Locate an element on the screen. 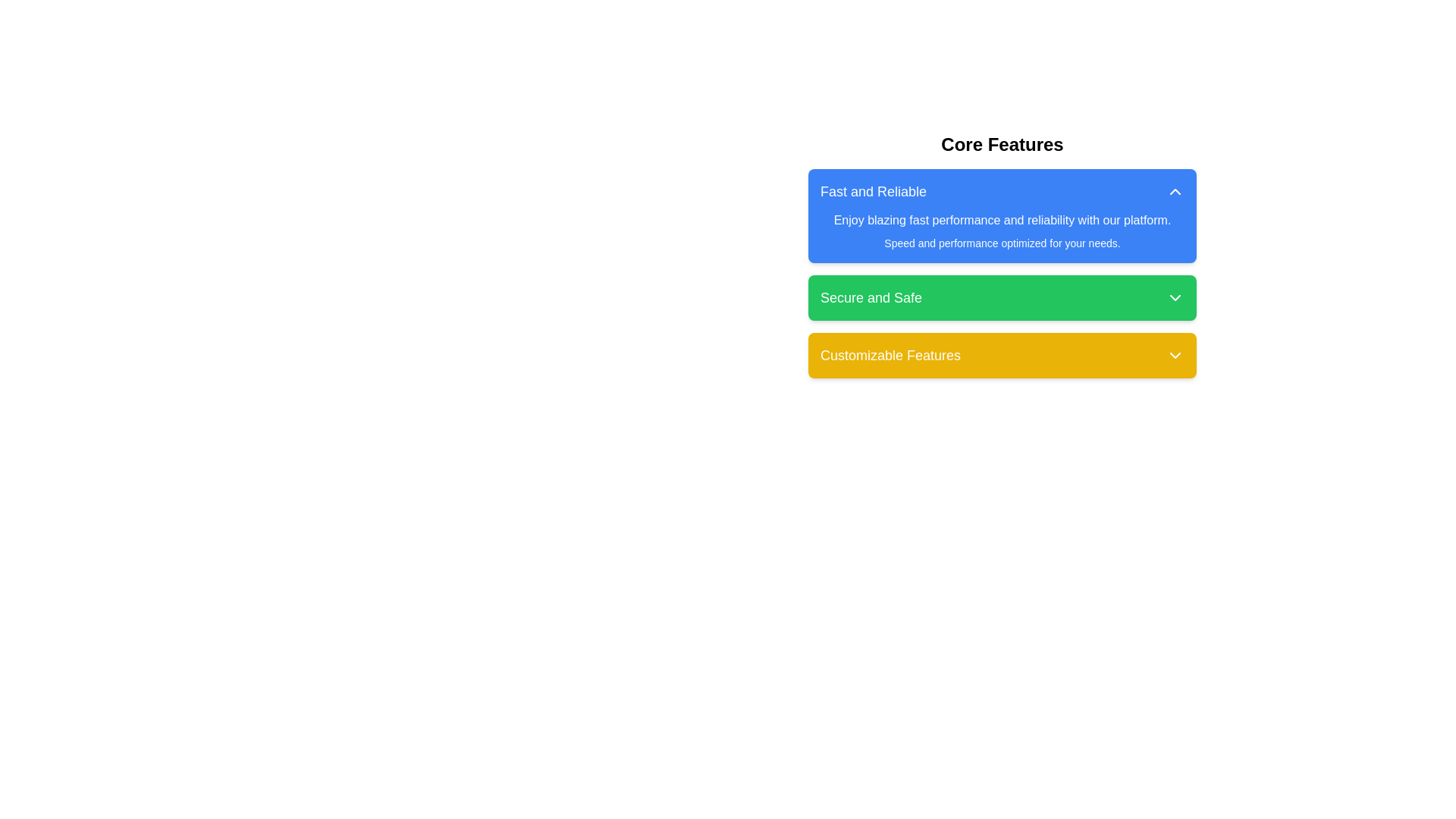 The width and height of the screenshot is (1456, 819). the informational static text located in the blue section titled 'Fast and Reliable' is located at coordinates (1002, 220).